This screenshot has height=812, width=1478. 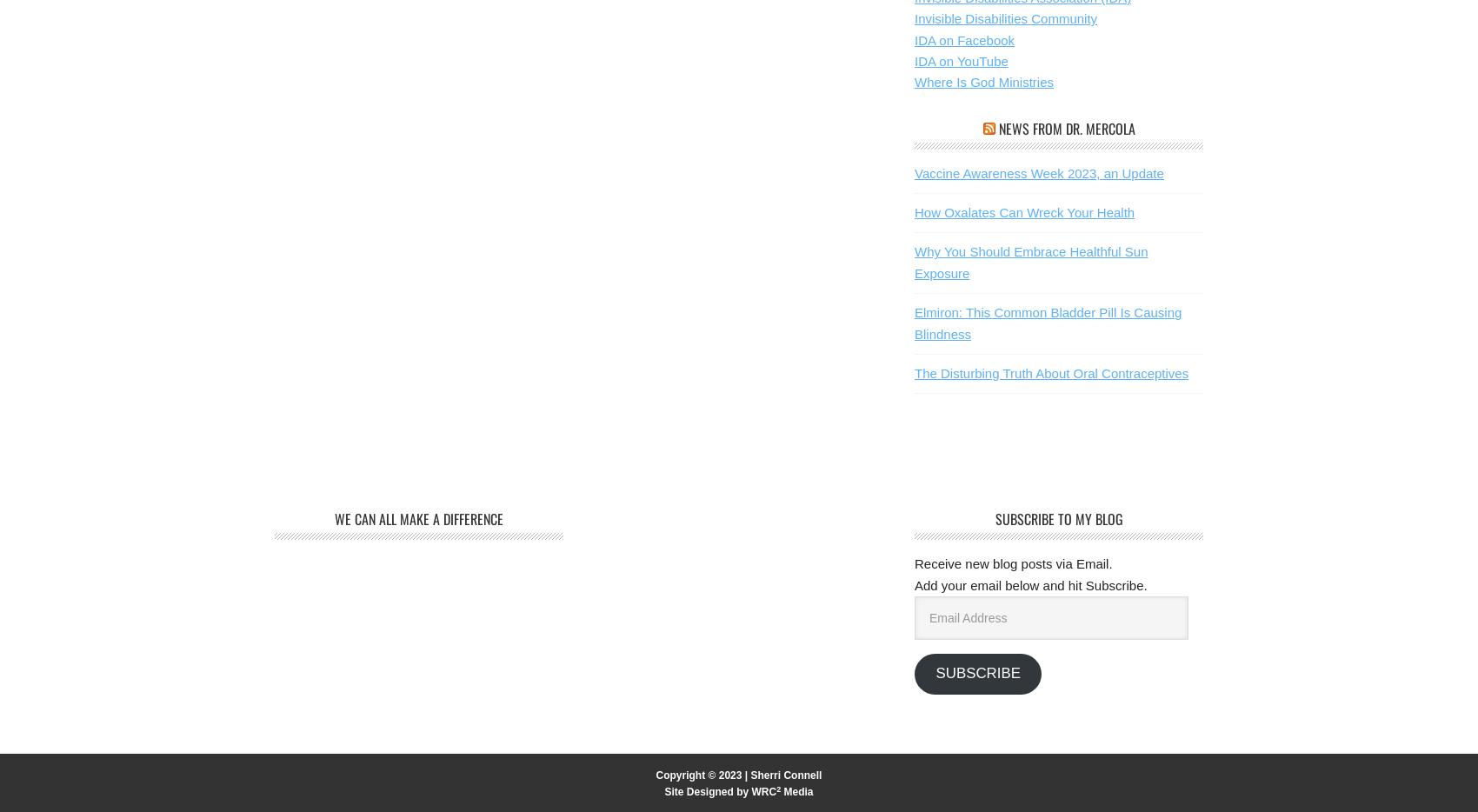 What do you see at coordinates (749, 775) in the screenshot?
I see `'Sherri Connell'` at bounding box center [749, 775].